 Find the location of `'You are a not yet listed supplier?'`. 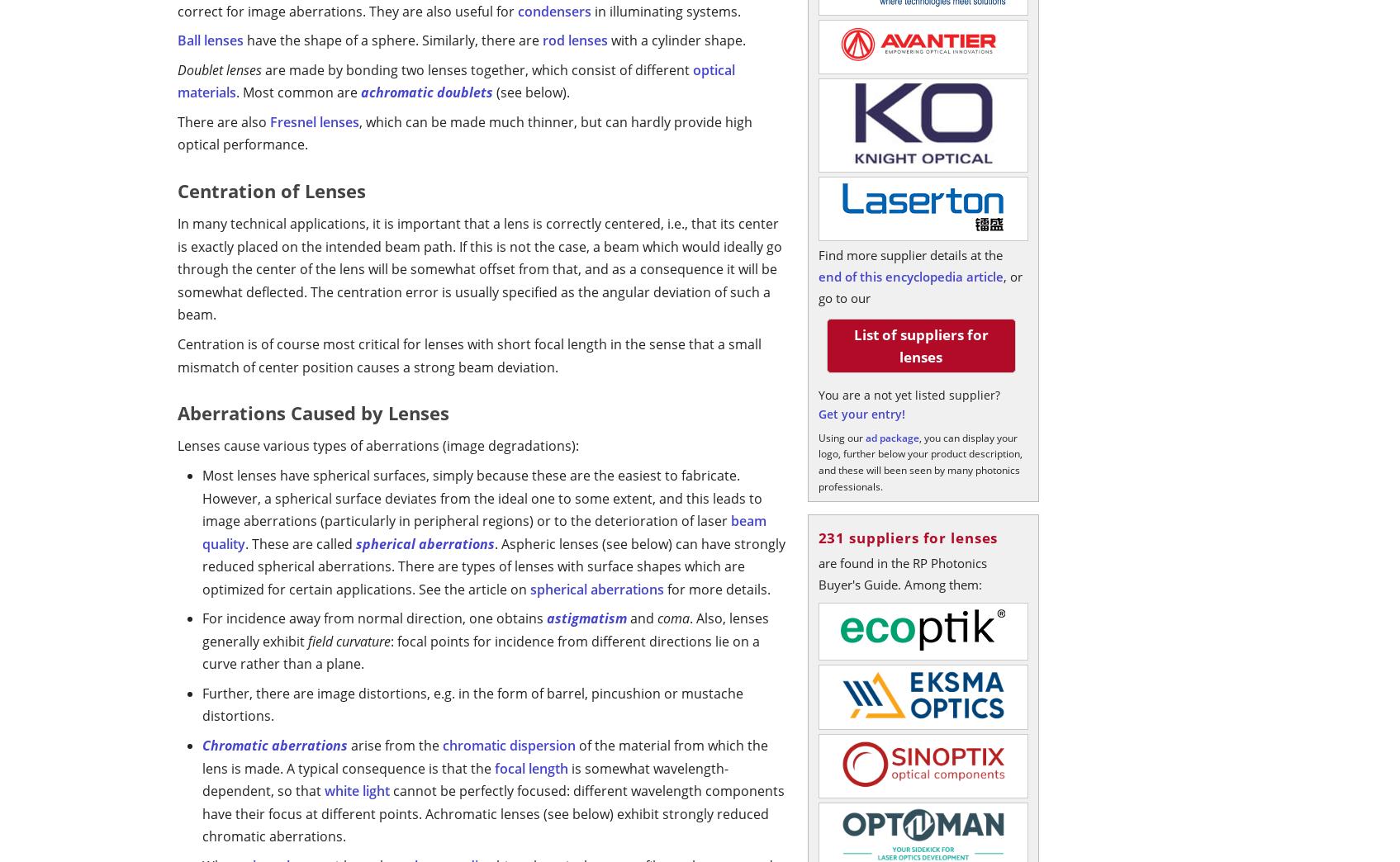

'You are a not yet listed supplier?' is located at coordinates (909, 394).